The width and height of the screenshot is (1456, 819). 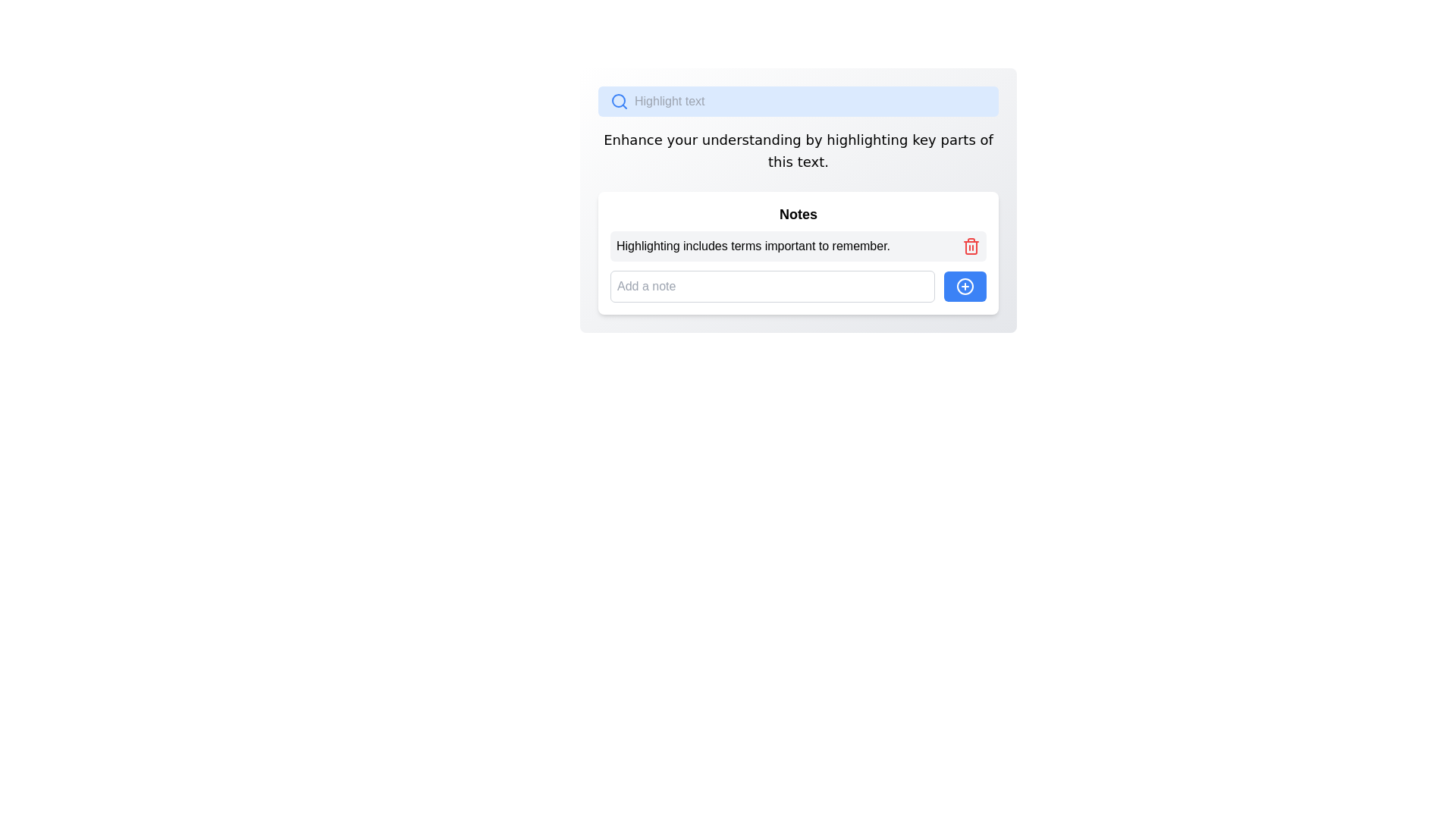 I want to click on the text character 'i' within the phrase 'Enhance your understanding by highlighting key parts of this text.' This character is positioned in the middle of the phrase, specifically near 'highlighting.', so click(x=889, y=140).